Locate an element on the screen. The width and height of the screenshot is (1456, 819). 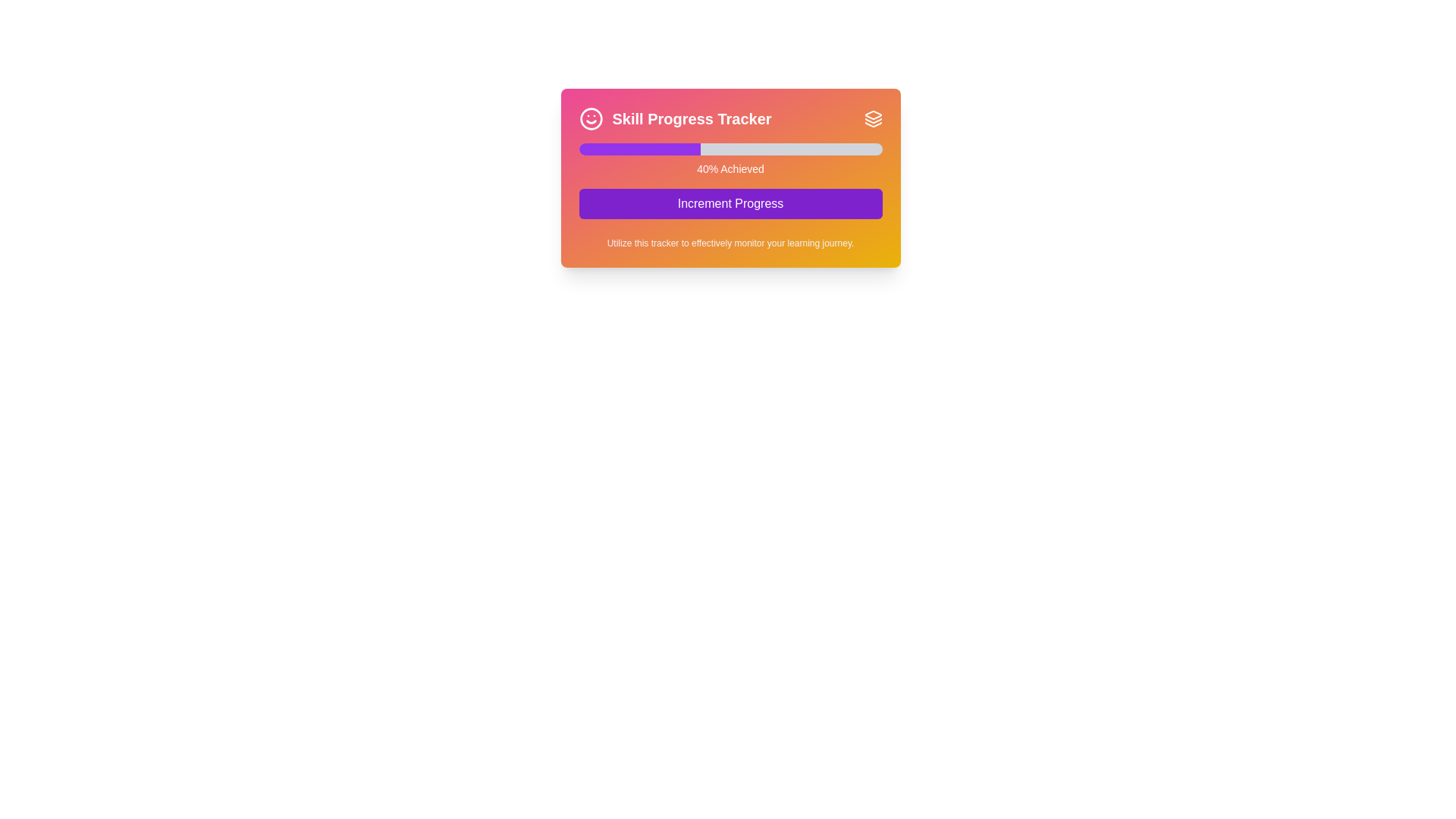
the circular SVG element that forms the outer boundary of the smiley face icon in the top left corner of the 'Skill Progress Tracker' card is located at coordinates (590, 118).